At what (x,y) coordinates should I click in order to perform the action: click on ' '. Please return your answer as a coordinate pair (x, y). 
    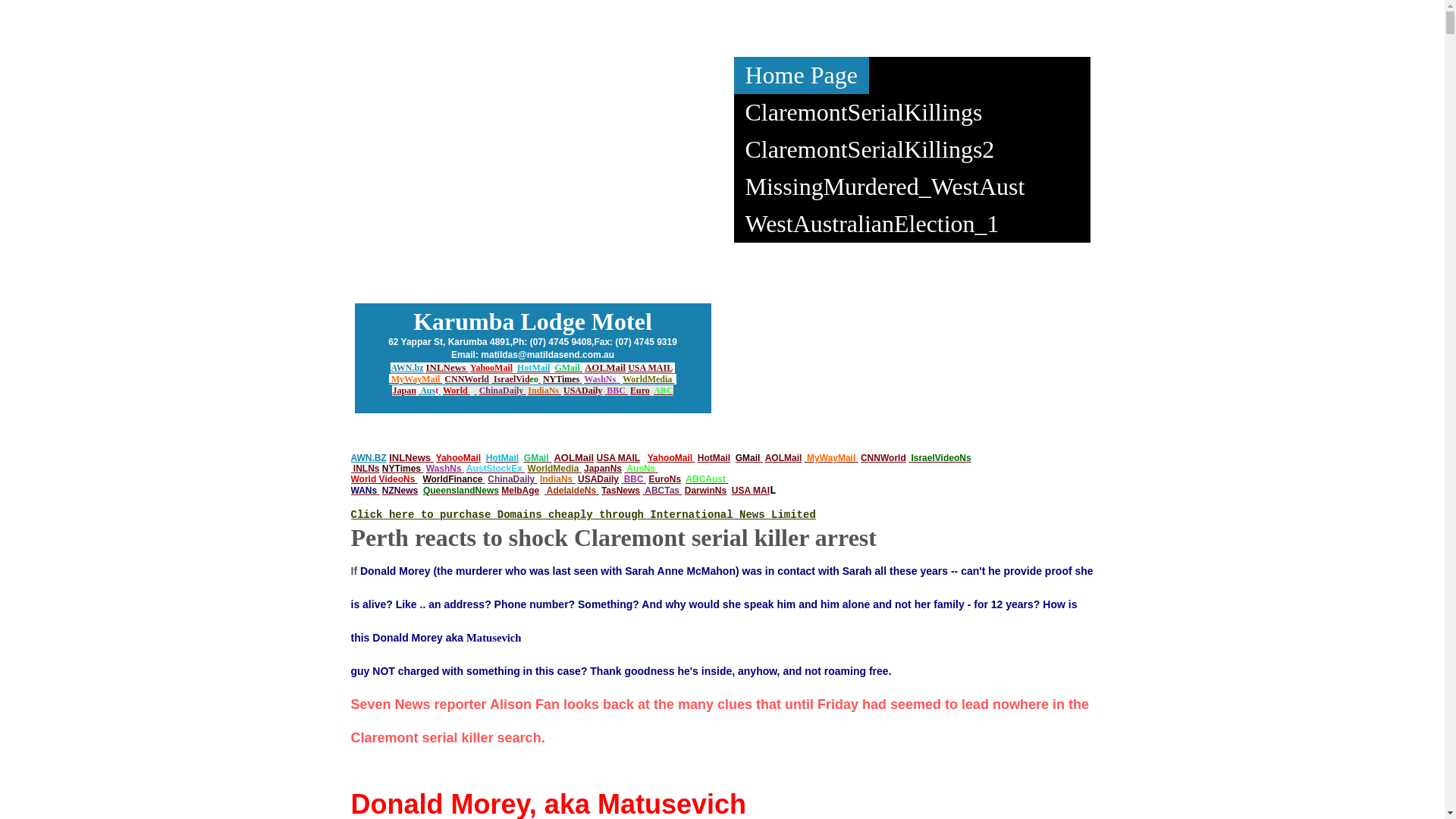
    Looking at the image, I should click on (416, 479).